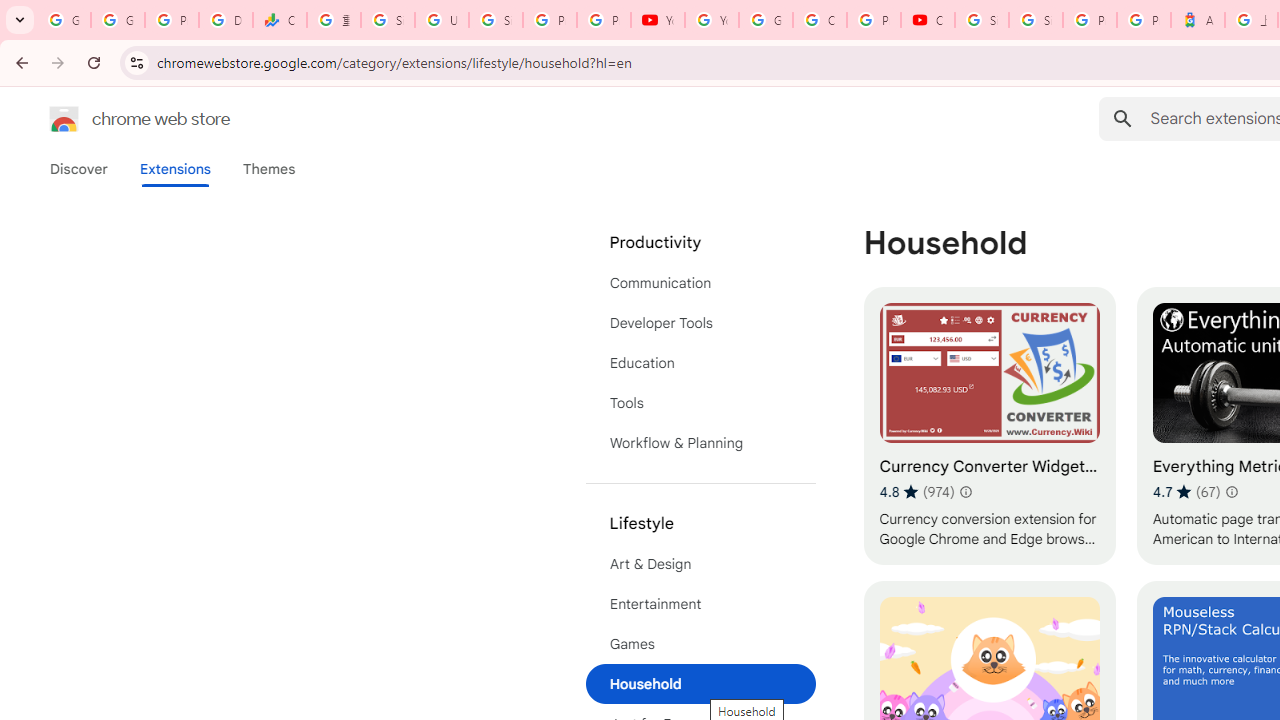 This screenshot has height=720, width=1280. Describe the element at coordinates (700, 644) in the screenshot. I see `'Games'` at that location.